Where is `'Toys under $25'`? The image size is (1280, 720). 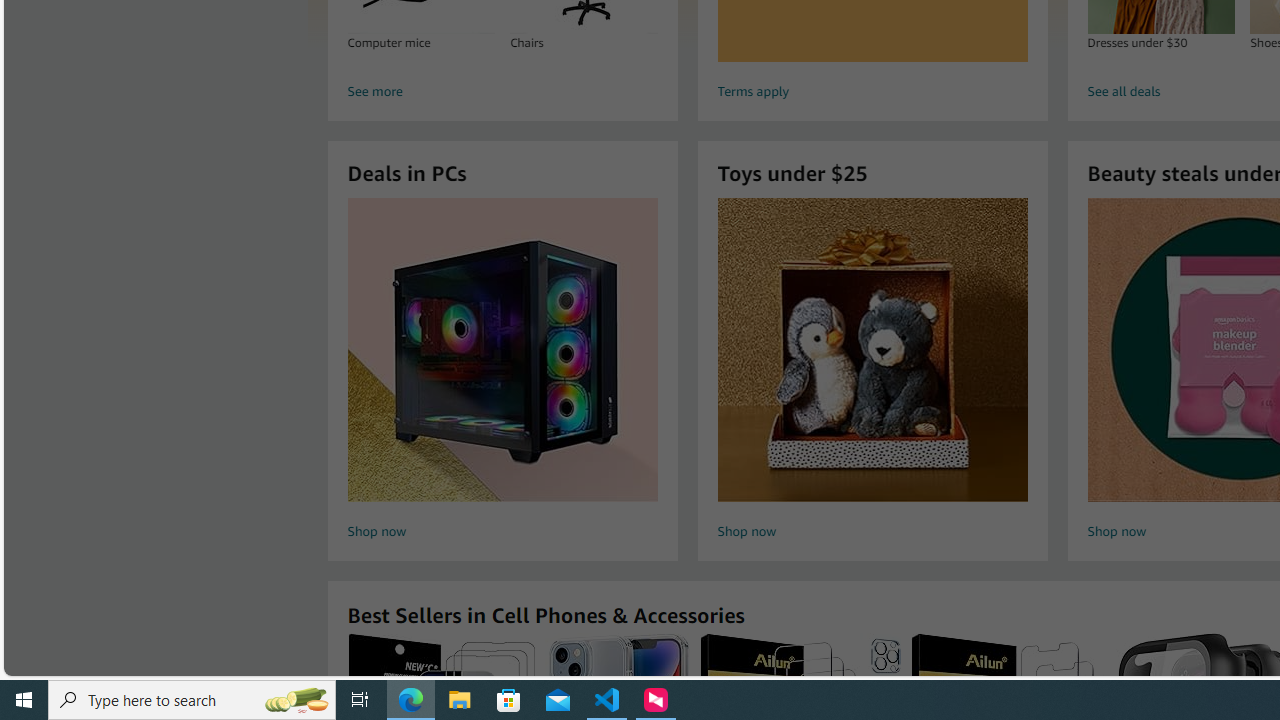
'Toys under $25' is located at coordinates (872, 348).